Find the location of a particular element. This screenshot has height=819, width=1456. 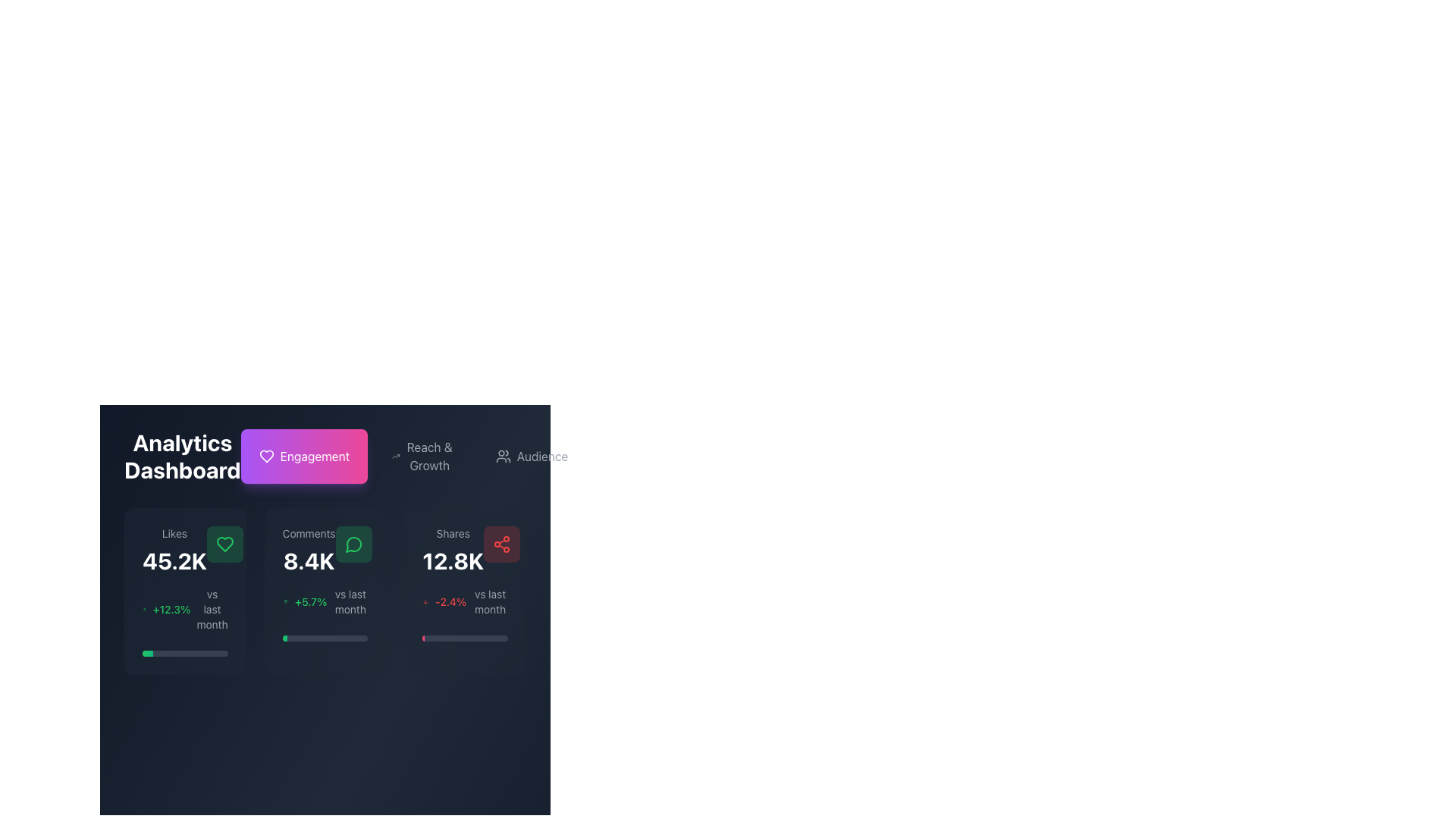

the Information Display Component that shows the number of likes, which includes the text label 'Likes' and a heart icon, located in the top-left section of the first card in the series is located at coordinates (184, 550).